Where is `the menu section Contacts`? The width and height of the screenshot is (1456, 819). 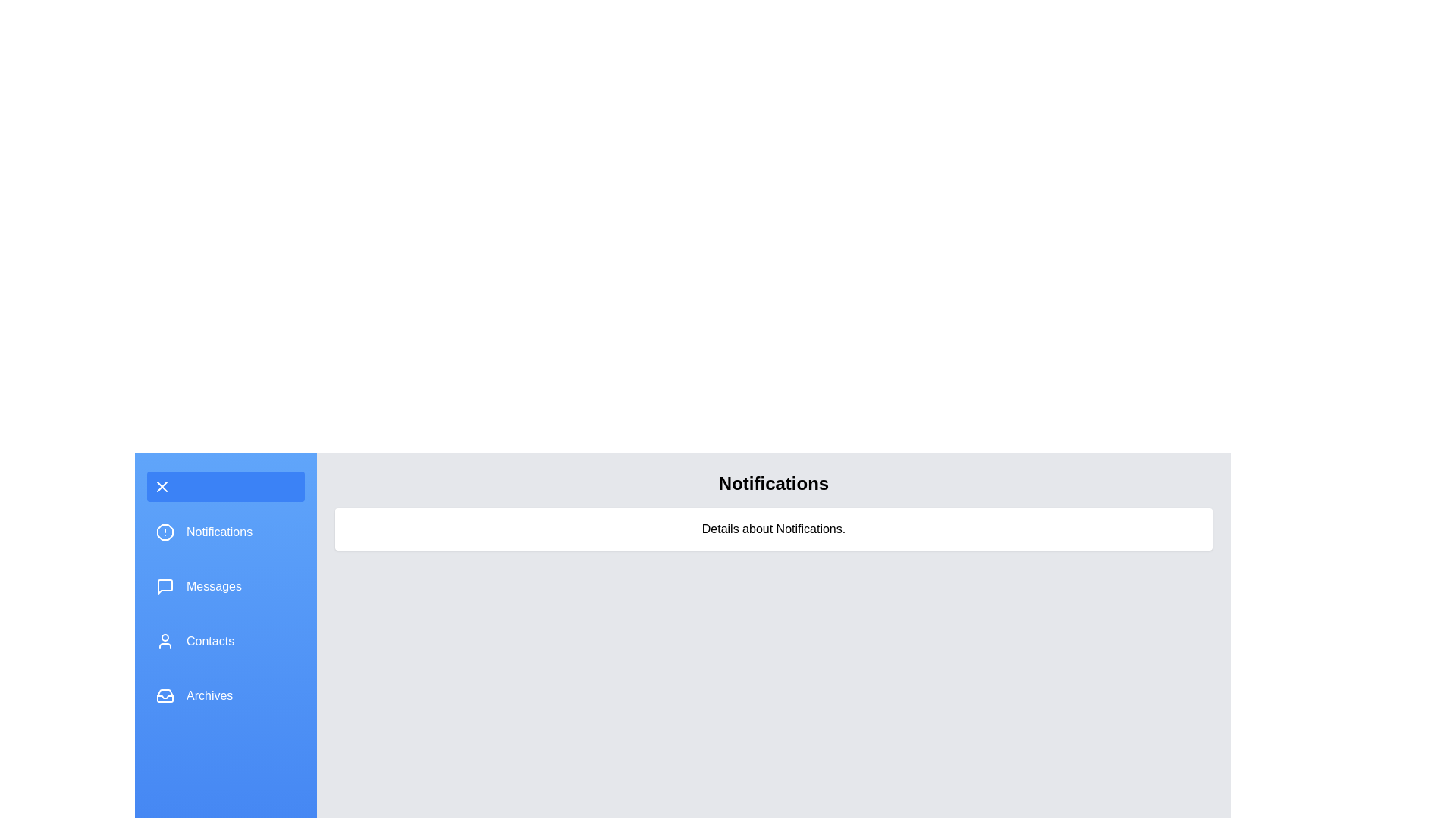
the menu section Contacts is located at coordinates (224, 641).